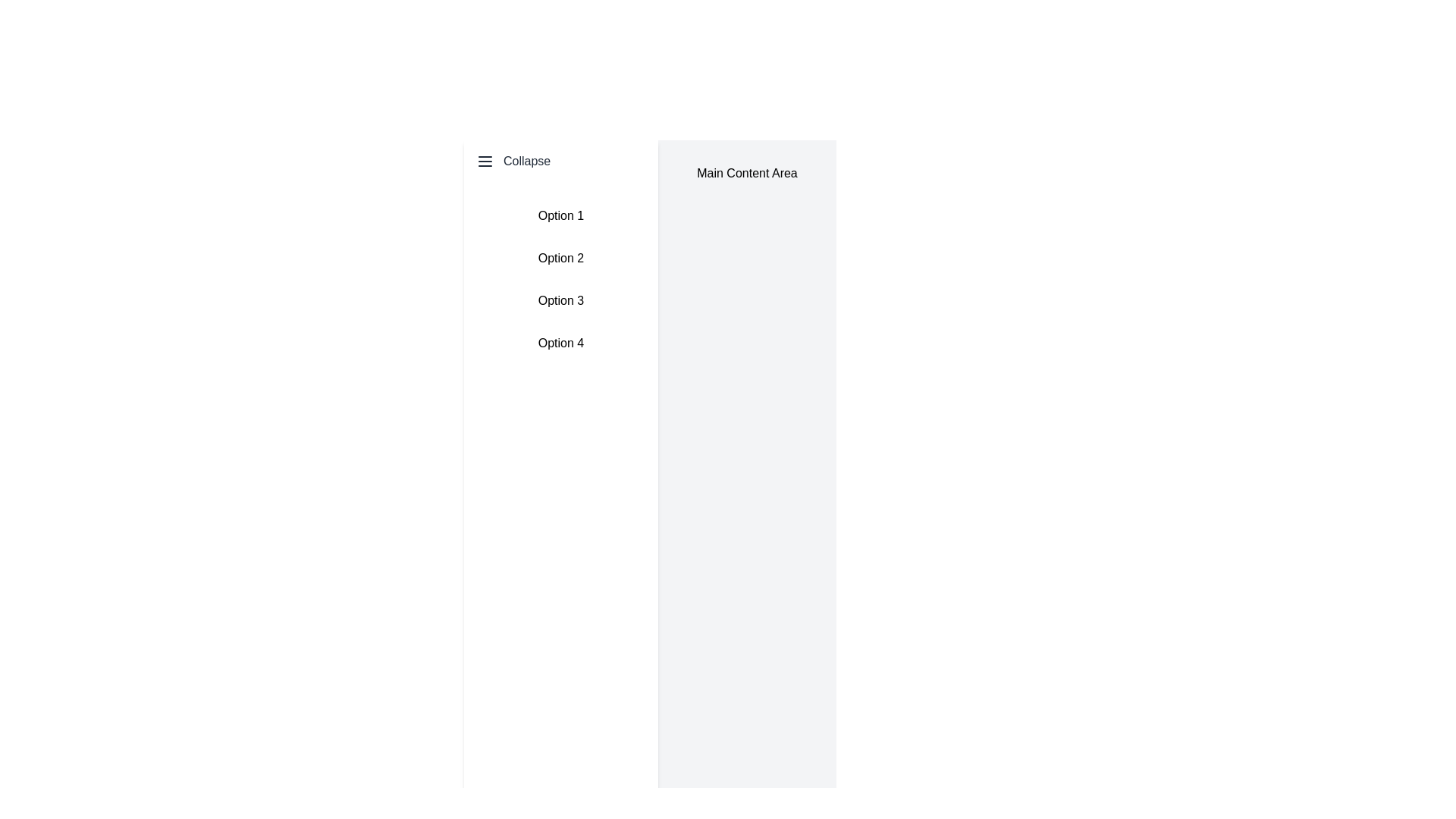  I want to click on the 'Collapse' button located at the top of the left sidebar, so click(513, 161).